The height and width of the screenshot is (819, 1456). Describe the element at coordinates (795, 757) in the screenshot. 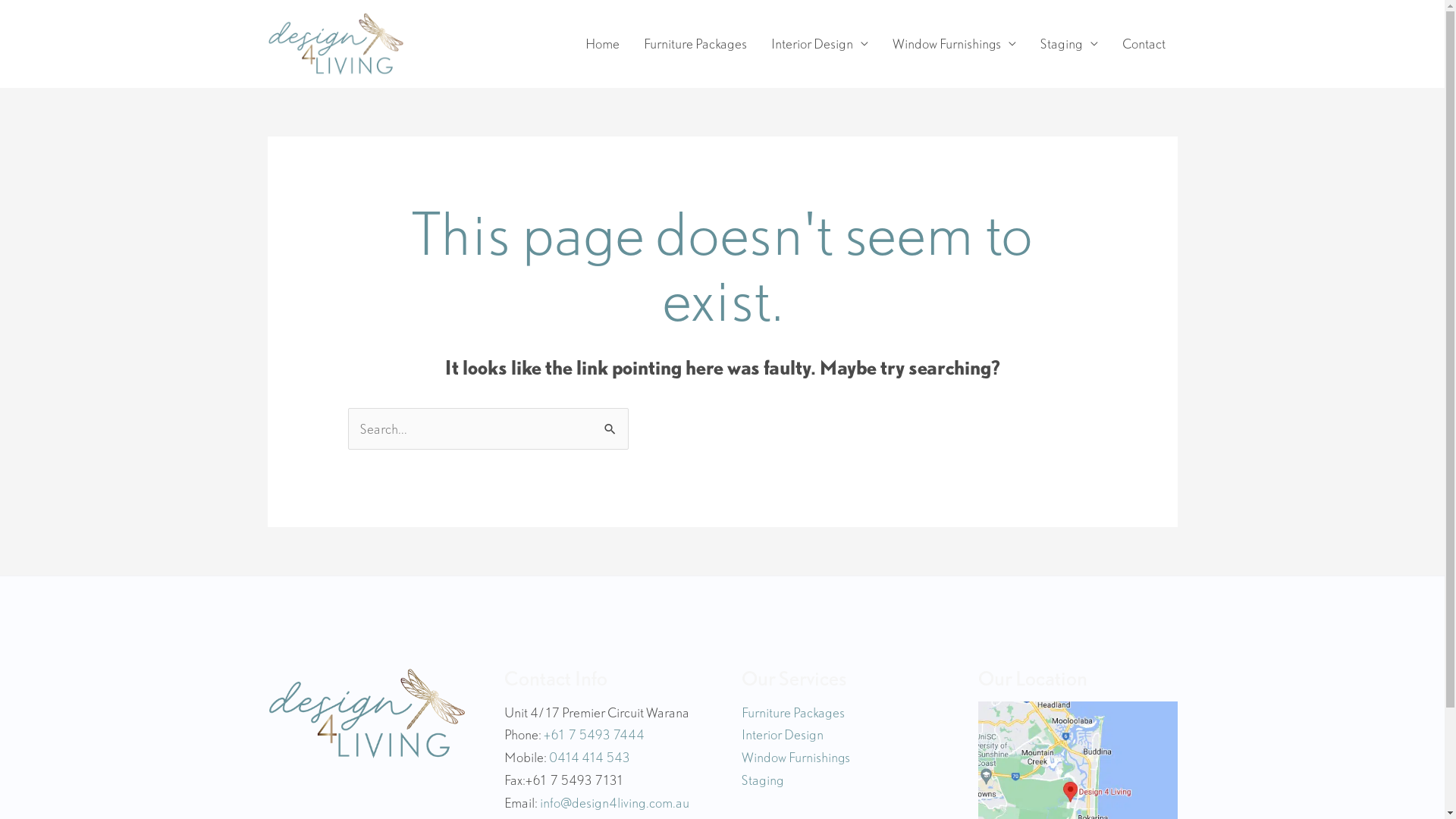

I see `'Window Furnishings'` at that location.